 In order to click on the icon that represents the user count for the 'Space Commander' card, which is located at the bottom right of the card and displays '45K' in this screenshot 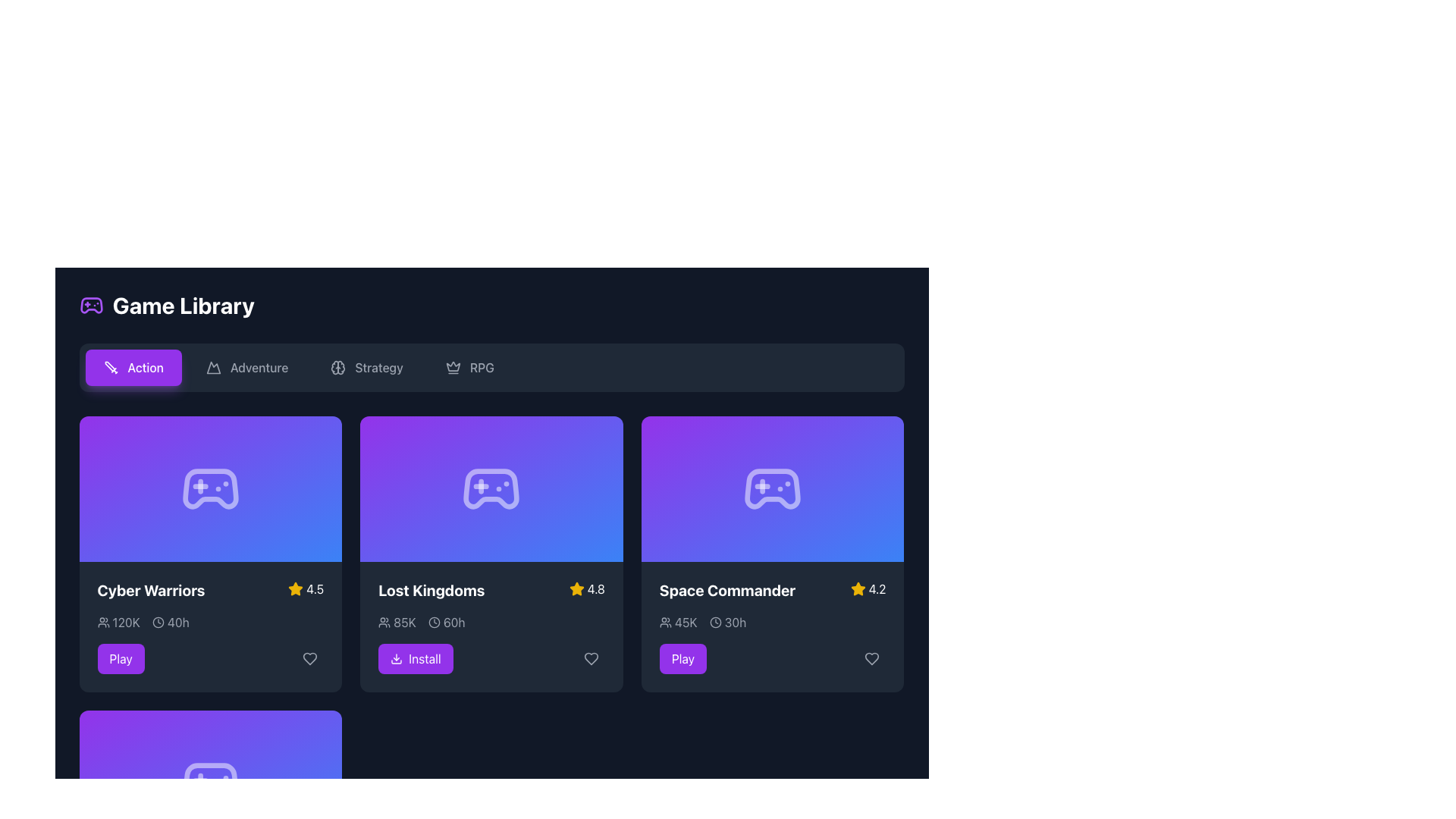, I will do `click(665, 623)`.